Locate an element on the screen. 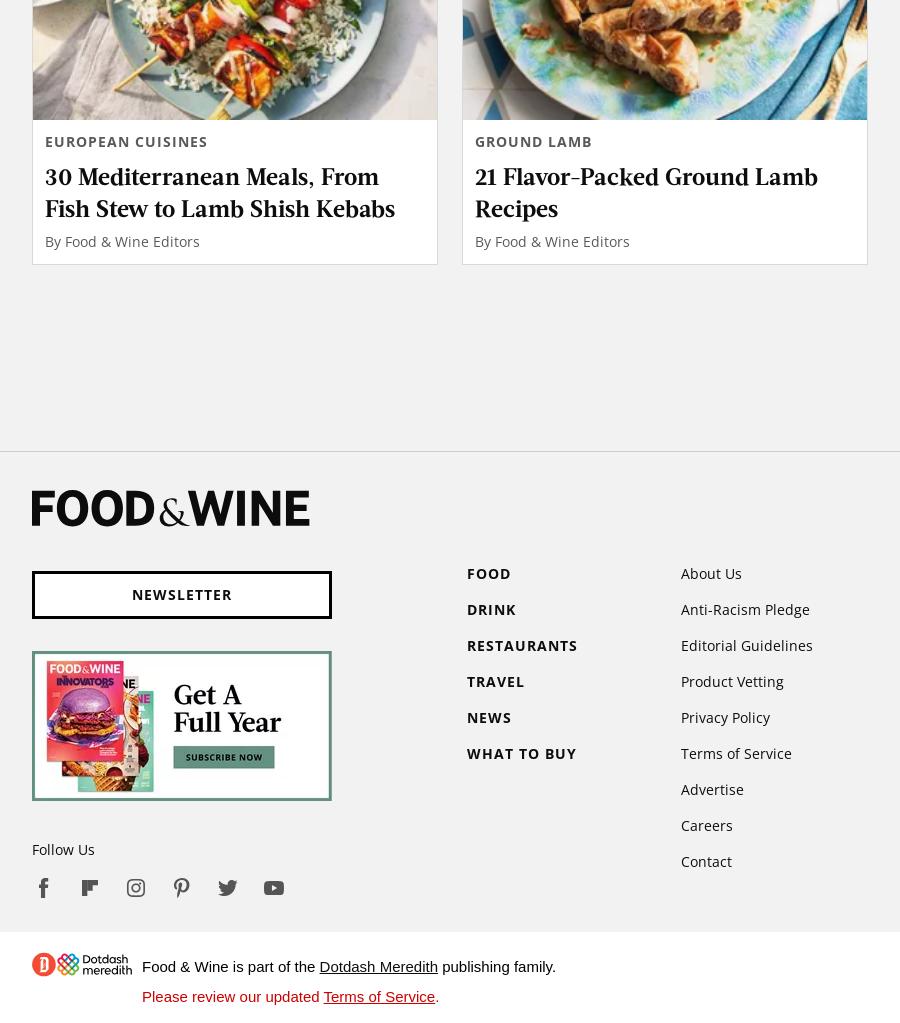 The height and width of the screenshot is (1023, 900). 'Dotdash Meredith' is located at coordinates (317, 965).